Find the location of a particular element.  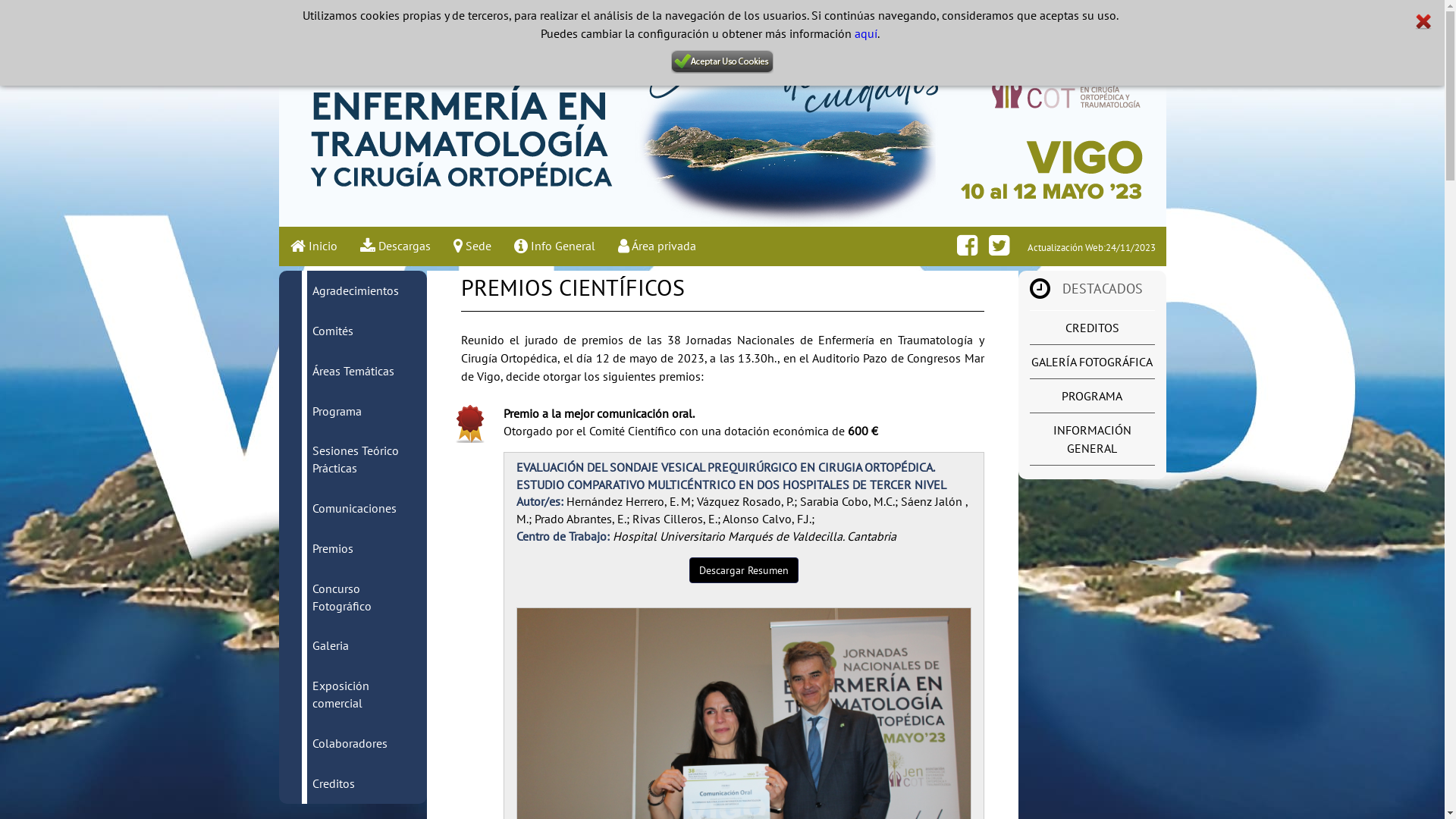

'Descargar Resumen' is located at coordinates (742, 570).